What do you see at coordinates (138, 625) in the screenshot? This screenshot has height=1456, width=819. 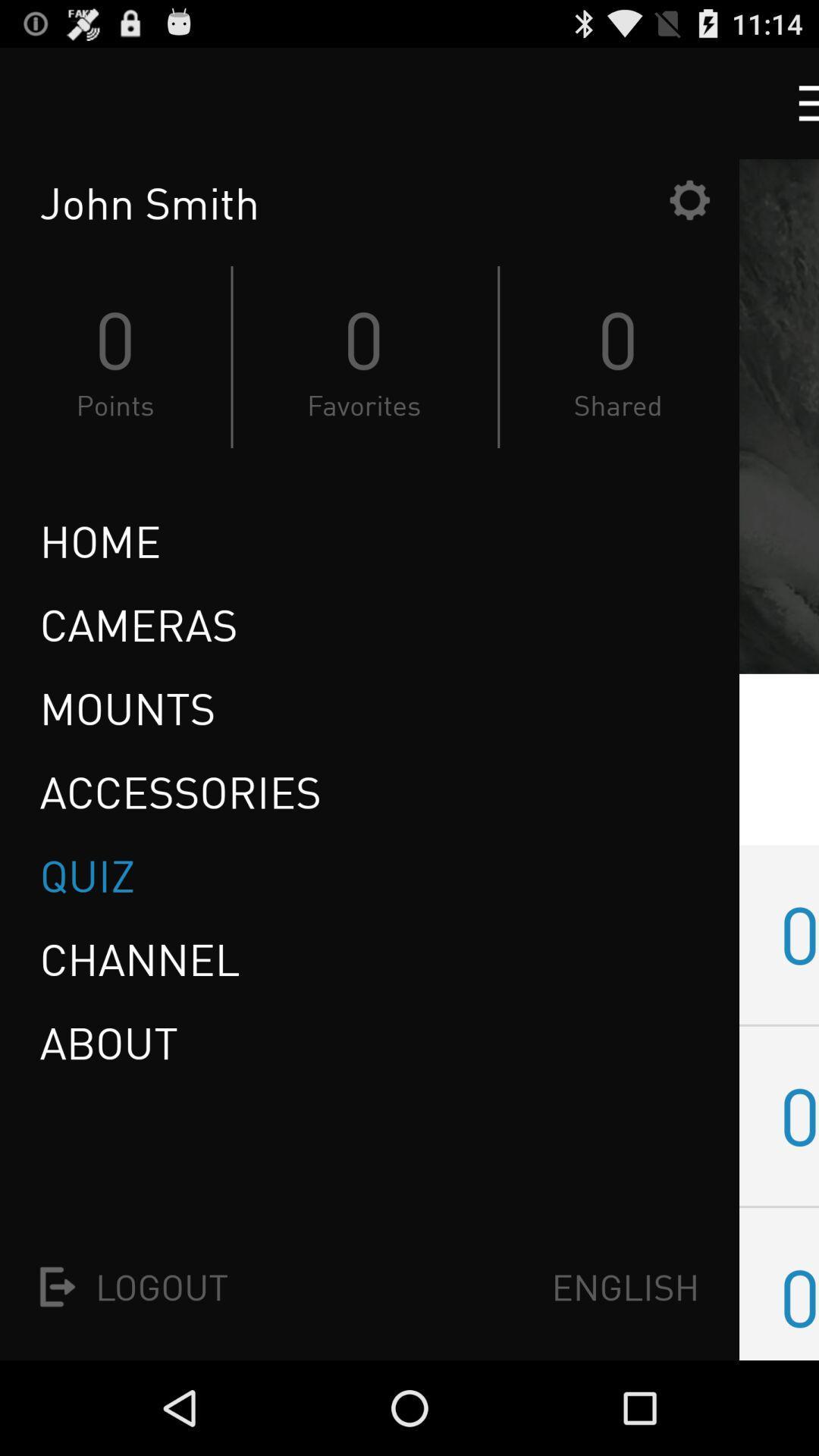 I see `the cameras` at bounding box center [138, 625].